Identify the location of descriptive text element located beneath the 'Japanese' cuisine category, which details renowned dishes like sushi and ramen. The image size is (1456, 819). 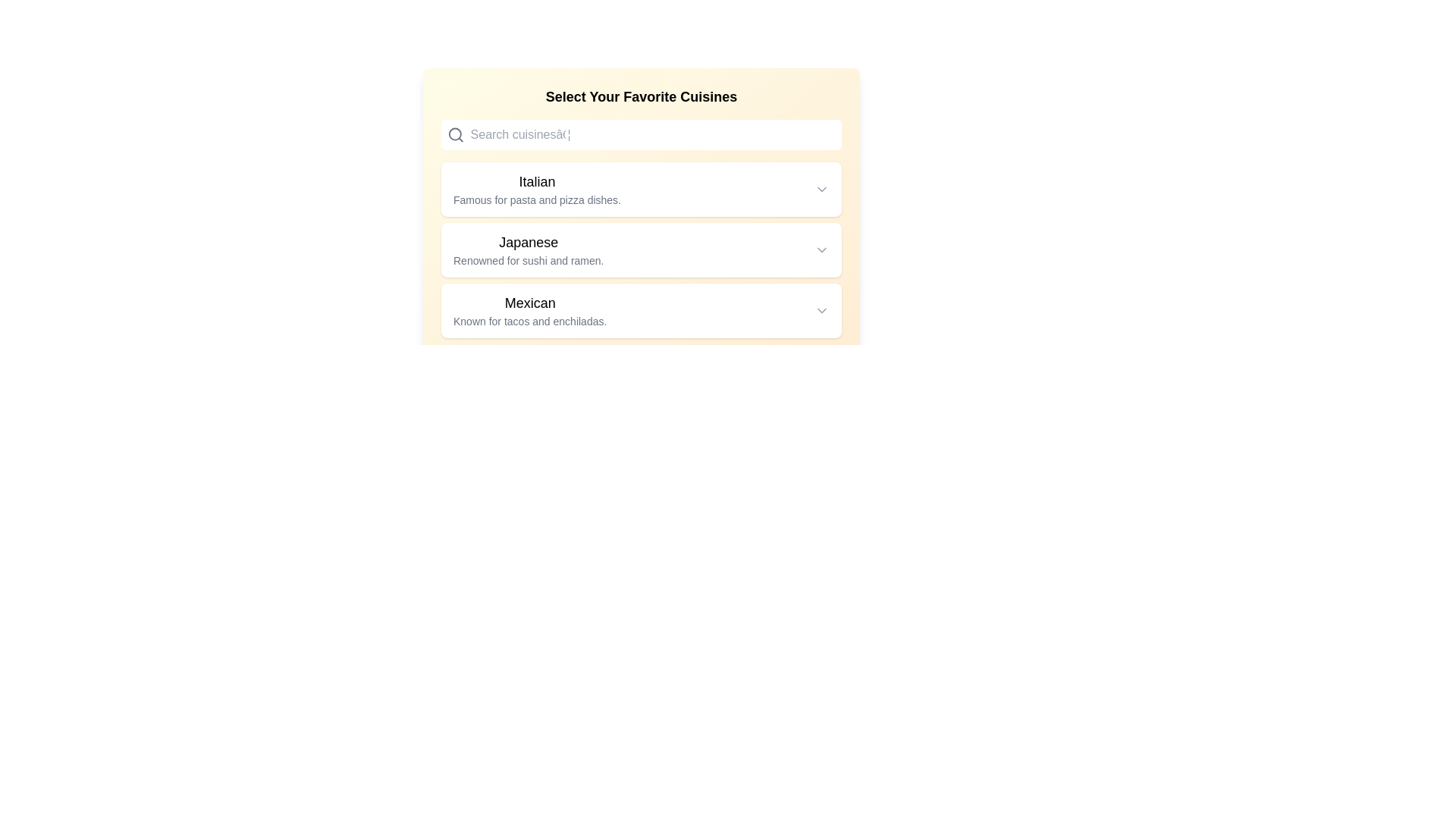
(529, 259).